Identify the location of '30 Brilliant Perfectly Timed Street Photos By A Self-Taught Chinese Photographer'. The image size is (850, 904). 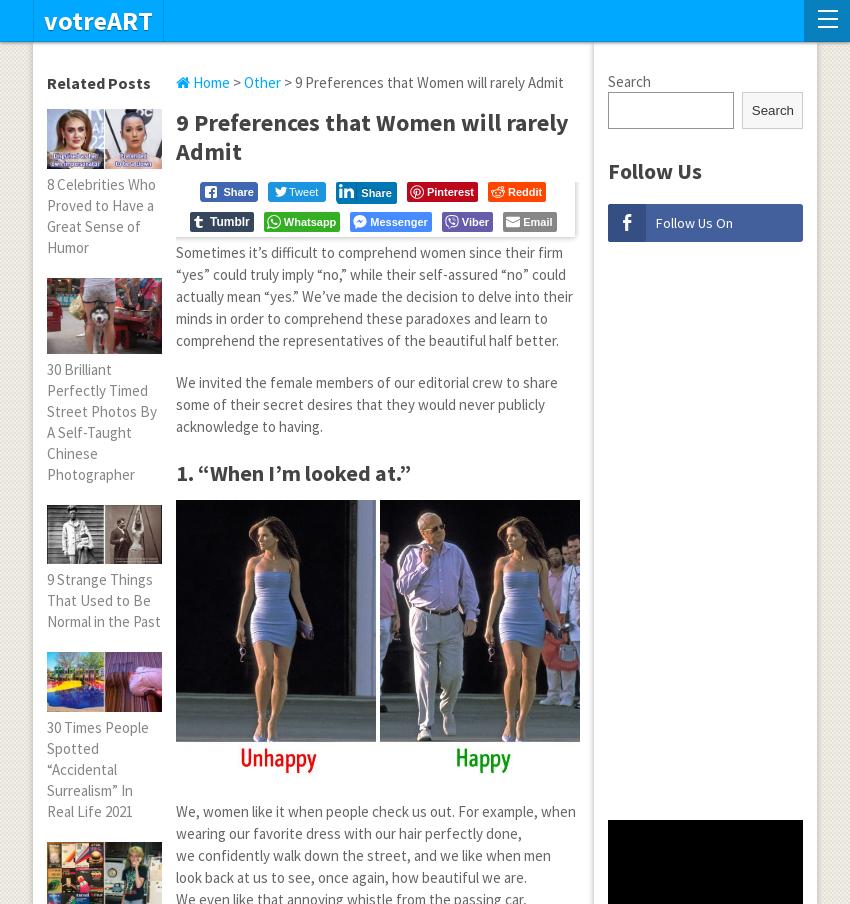
(101, 420).